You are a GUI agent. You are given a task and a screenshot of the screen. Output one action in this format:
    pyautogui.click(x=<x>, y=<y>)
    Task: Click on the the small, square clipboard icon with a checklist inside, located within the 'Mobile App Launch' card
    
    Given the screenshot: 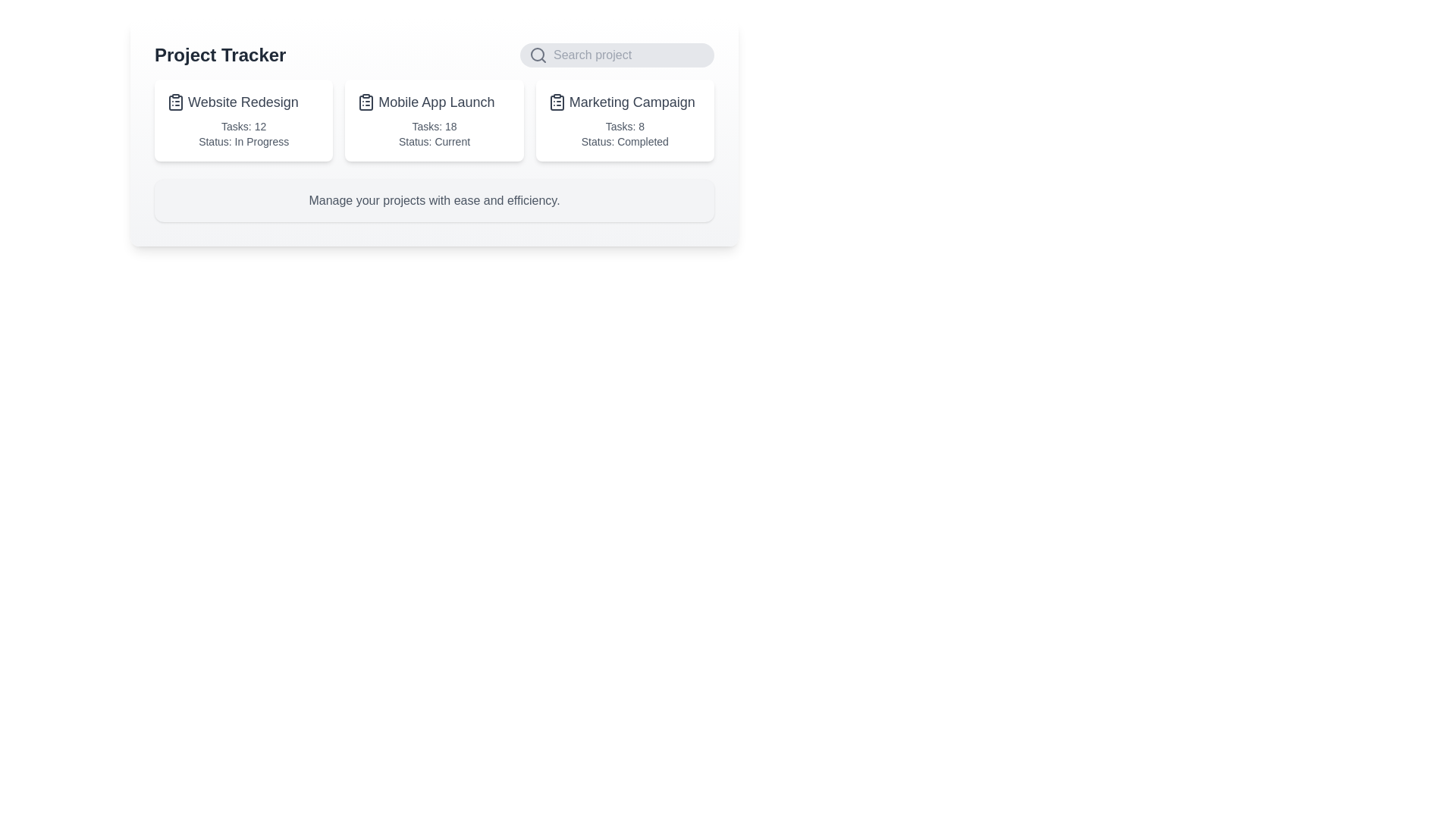 What is the action you would take?
    pyautogui.click(x=366, y=102)
    